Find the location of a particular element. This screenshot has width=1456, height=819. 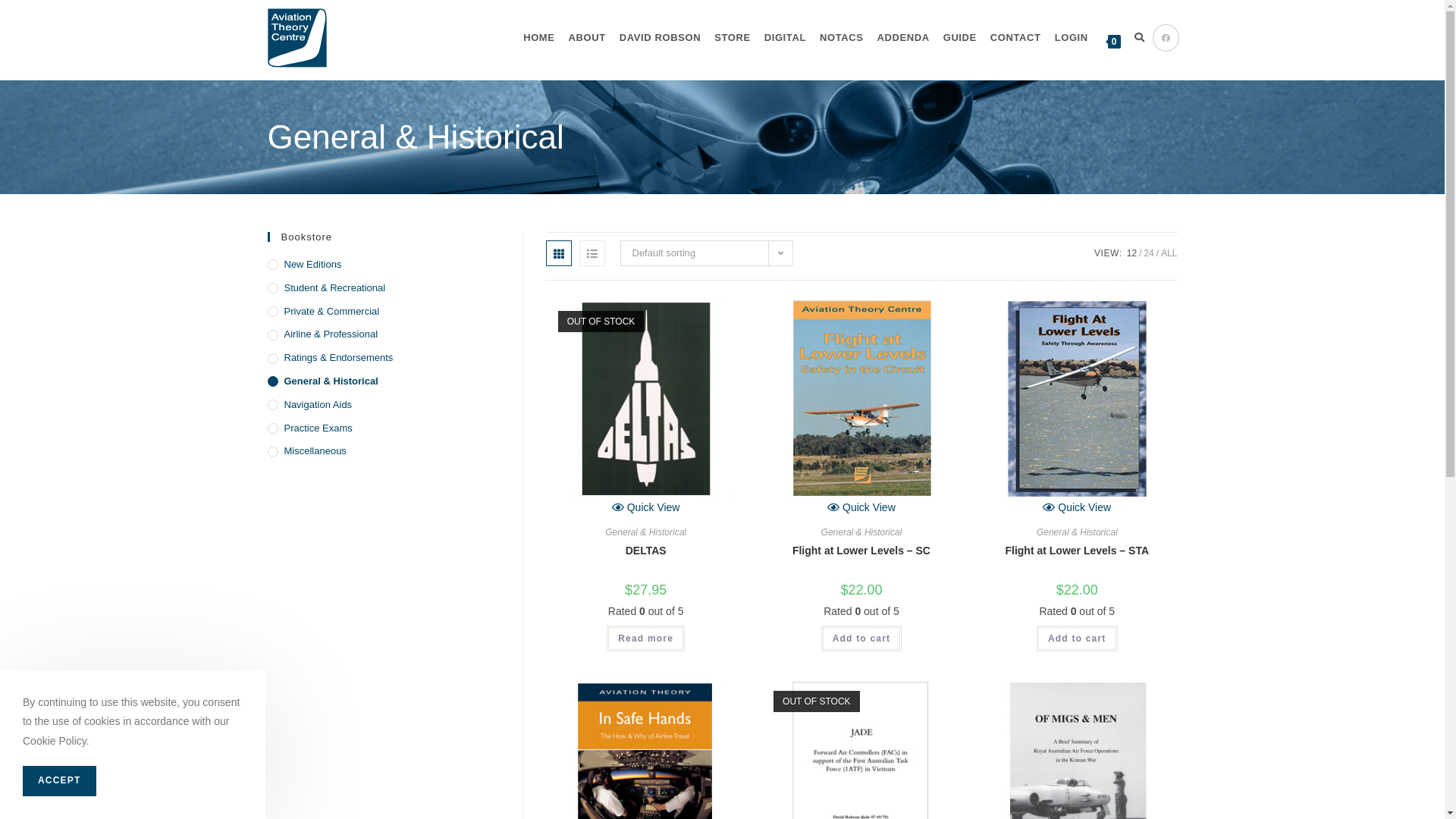

'LOGIN' is located at coordinates (1047, 37).